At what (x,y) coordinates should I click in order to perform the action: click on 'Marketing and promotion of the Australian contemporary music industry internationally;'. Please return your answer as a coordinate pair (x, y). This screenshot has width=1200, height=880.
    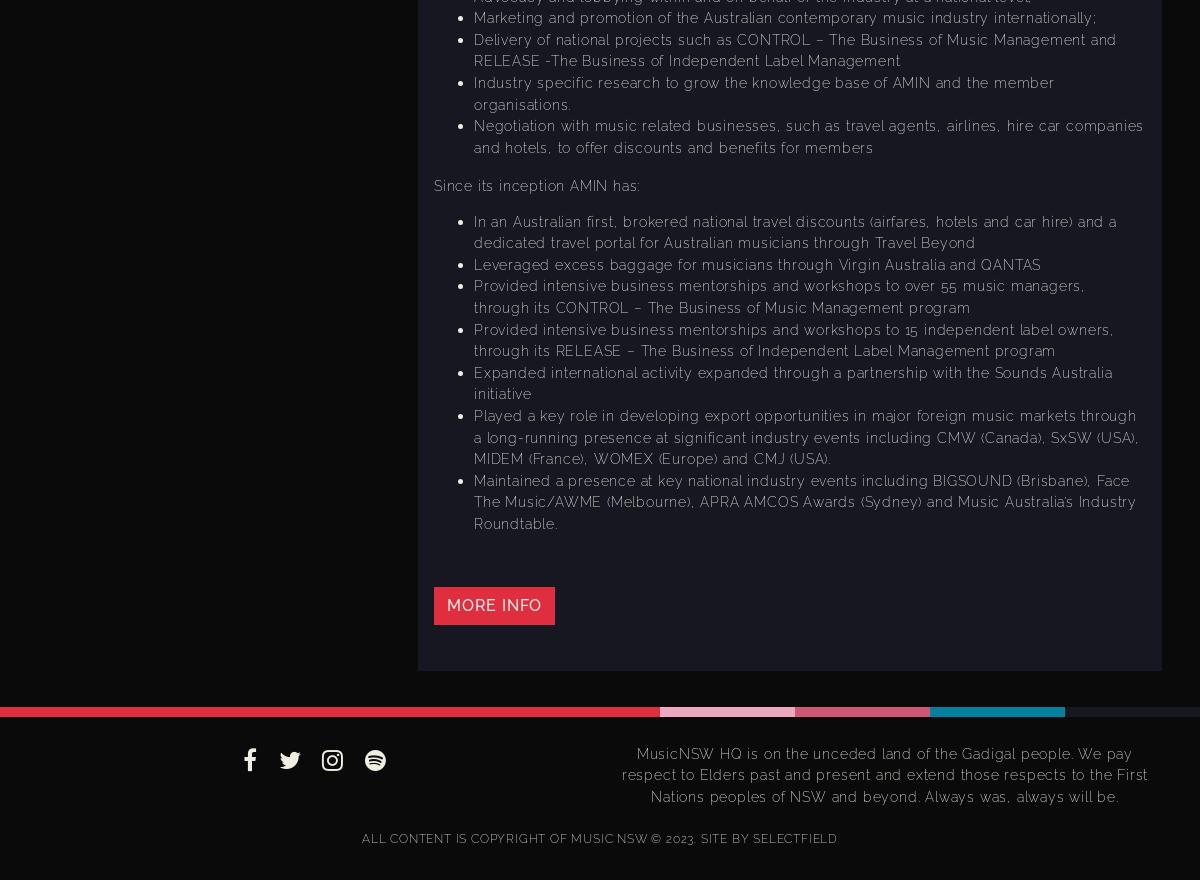
    Looking at the image, I should click on (783, 16).